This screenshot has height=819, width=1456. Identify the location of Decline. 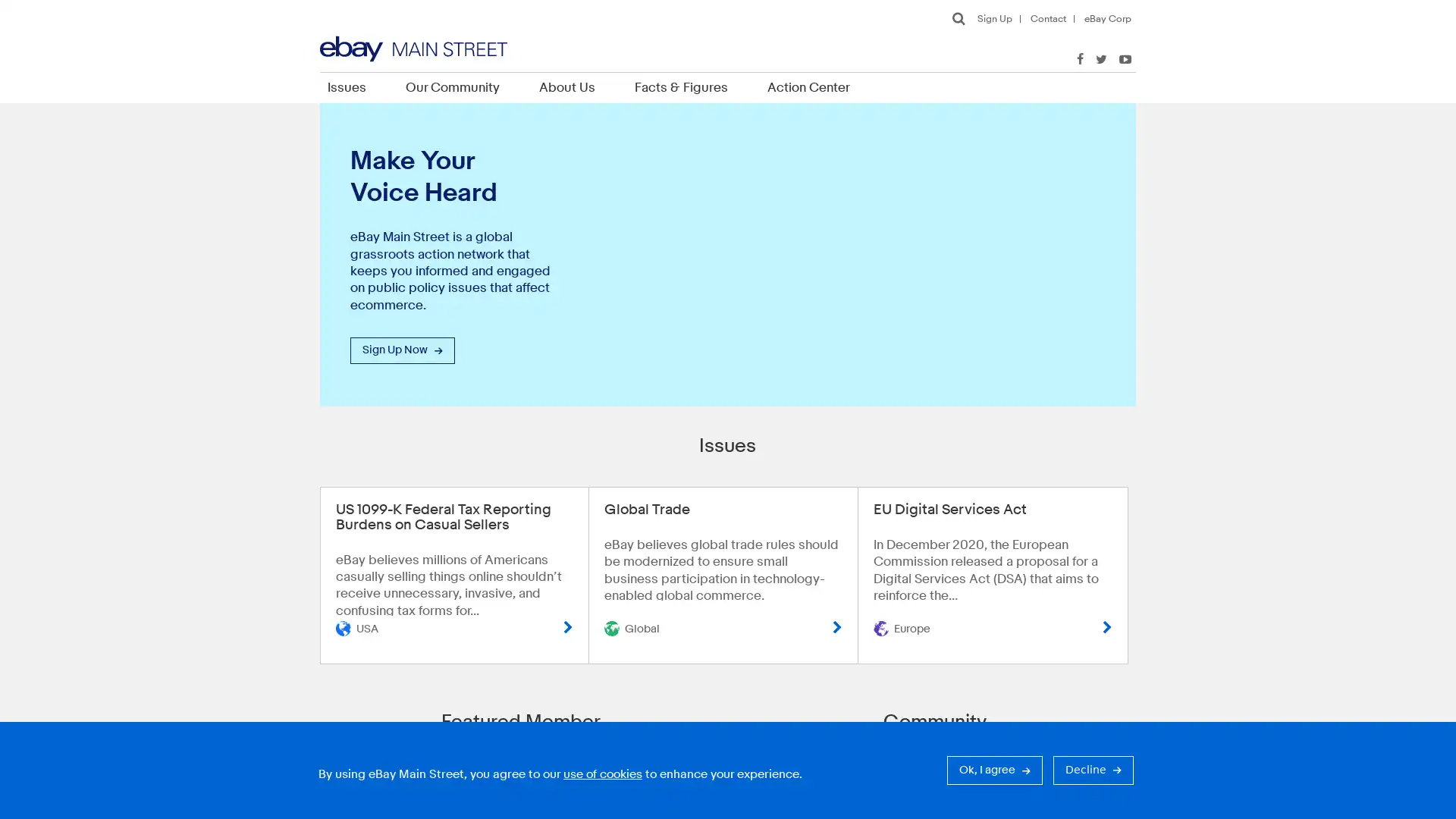
(1093, 770).